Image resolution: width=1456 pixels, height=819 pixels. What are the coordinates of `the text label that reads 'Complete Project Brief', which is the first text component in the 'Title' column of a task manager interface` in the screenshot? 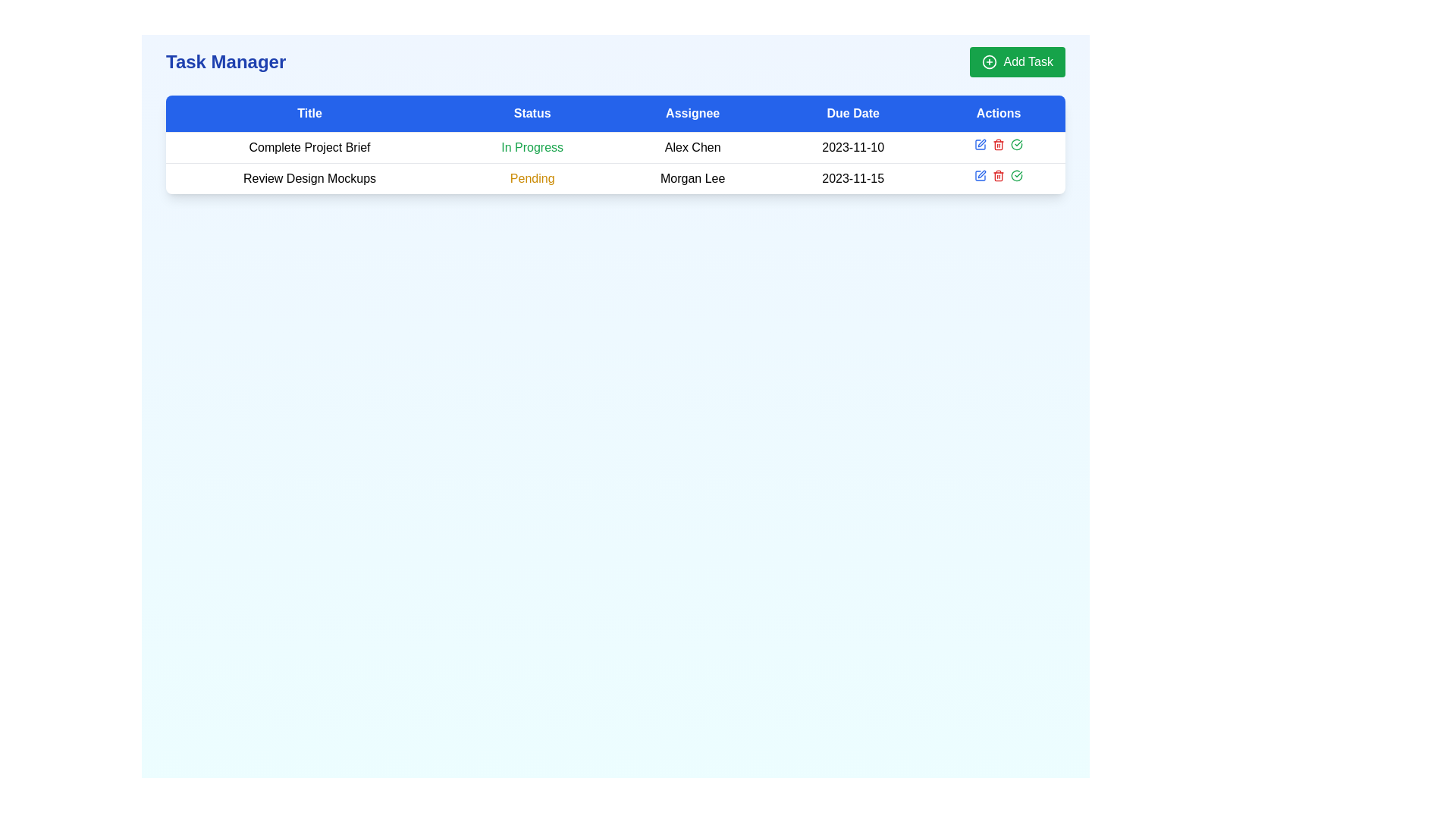 It's located at (309, 148).